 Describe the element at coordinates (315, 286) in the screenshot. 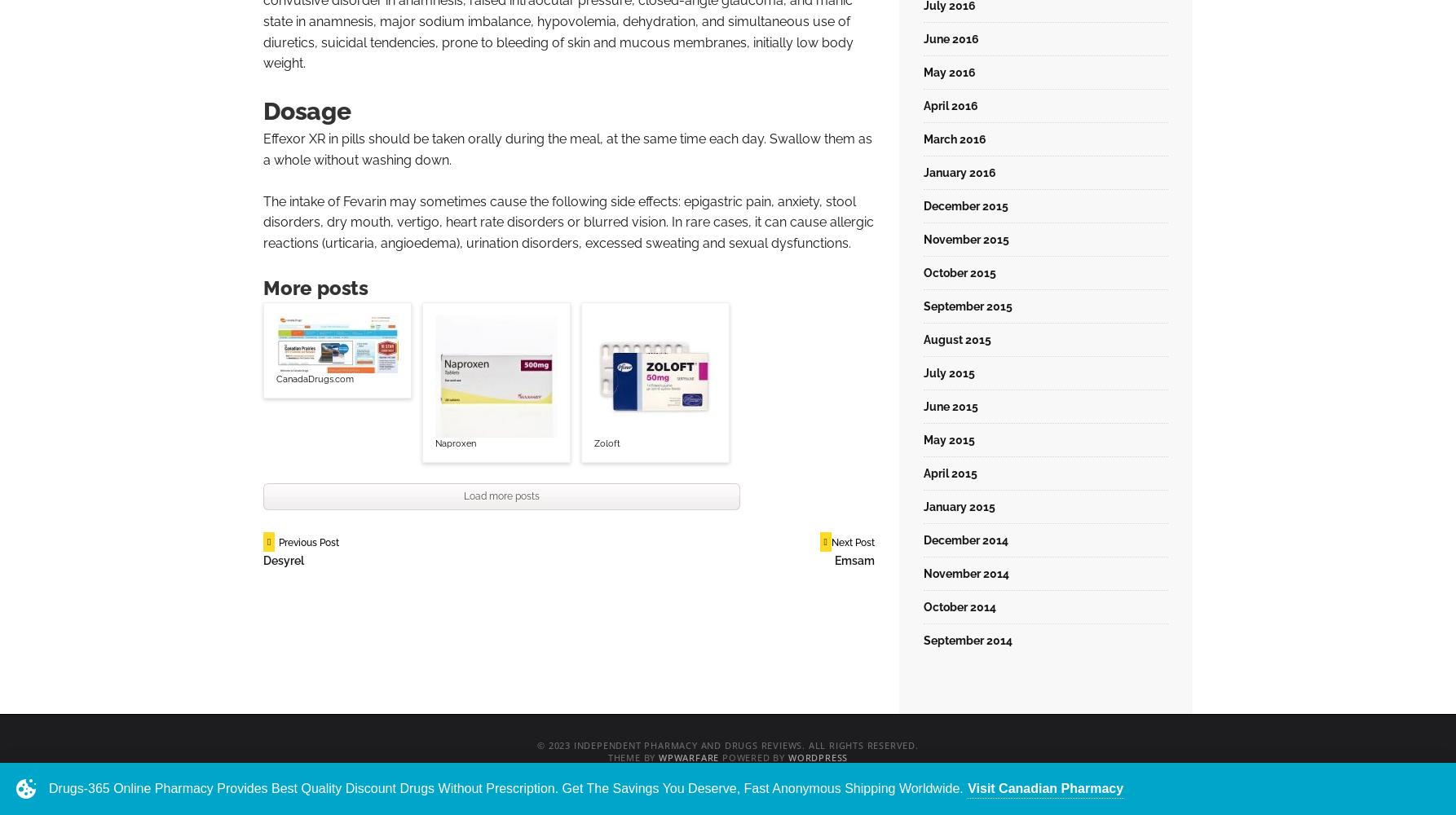

I see `'More posts'` at that location.